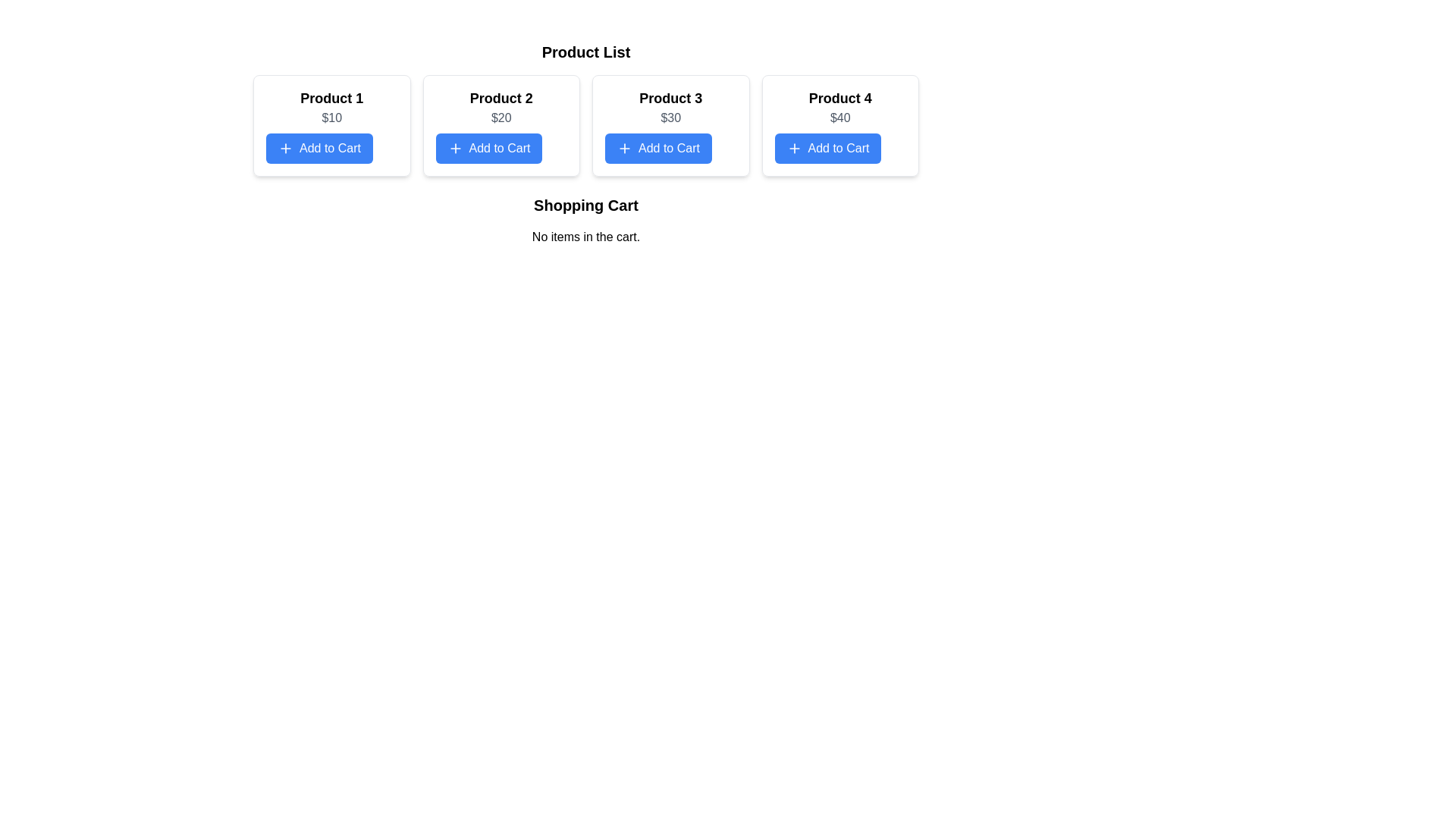  I want to click on the text label identifying 'Product 3', which serves as the title for the third product in the 'Product List' section, so click(670, 99).